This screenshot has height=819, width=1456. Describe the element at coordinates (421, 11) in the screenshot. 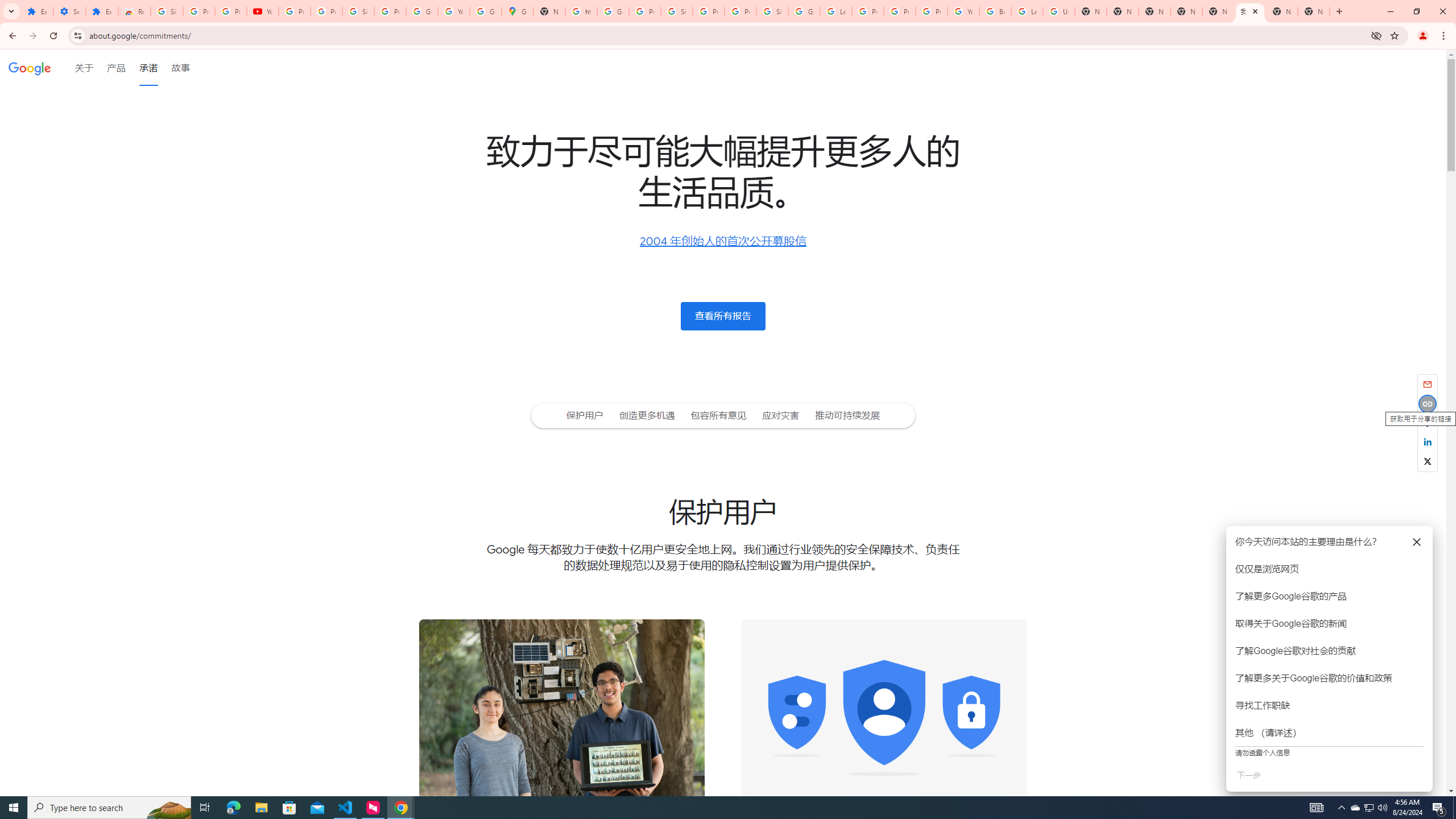

I see `'Google Account'` at that location.